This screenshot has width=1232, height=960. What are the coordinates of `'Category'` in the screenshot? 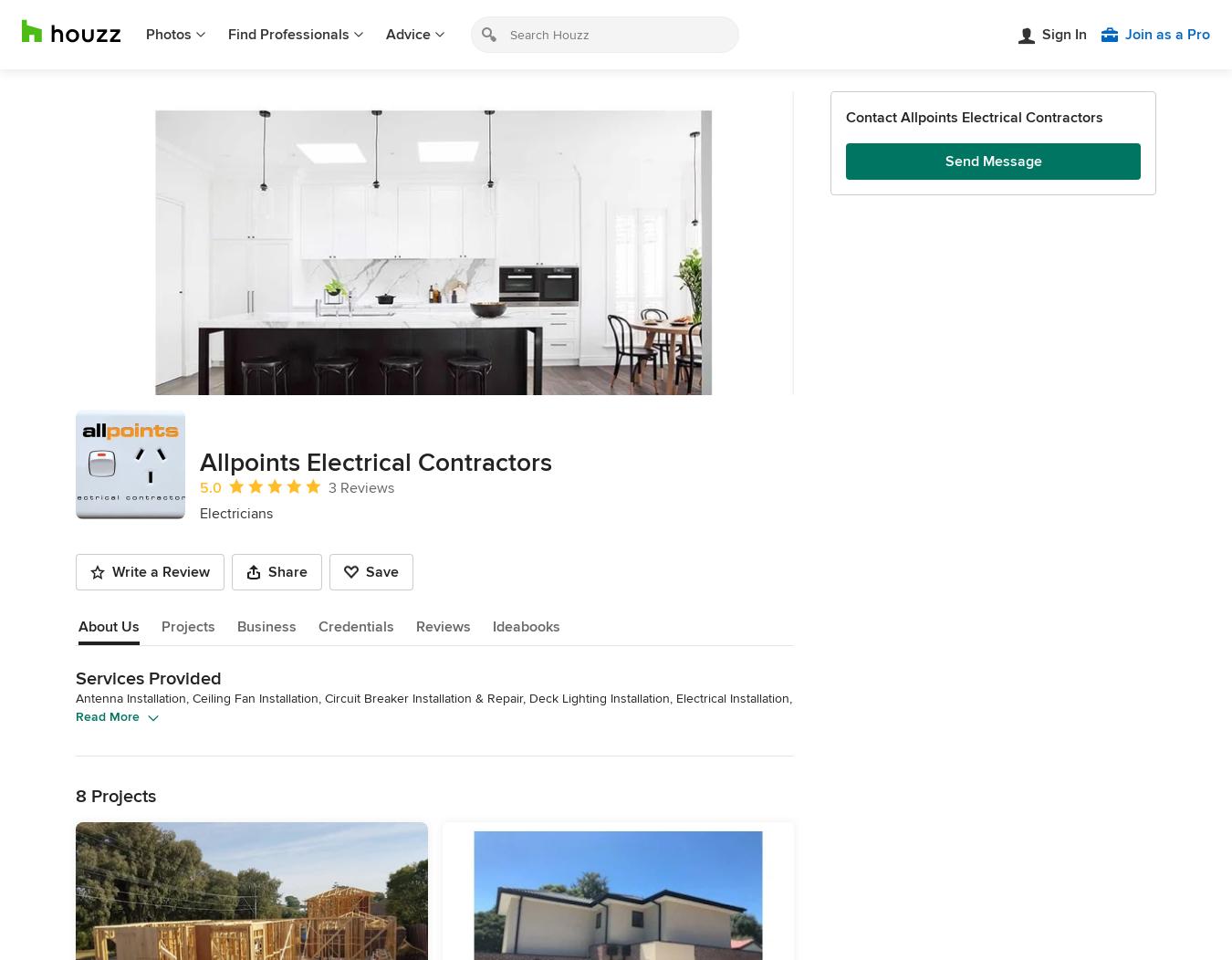 It's located at (113, 856).